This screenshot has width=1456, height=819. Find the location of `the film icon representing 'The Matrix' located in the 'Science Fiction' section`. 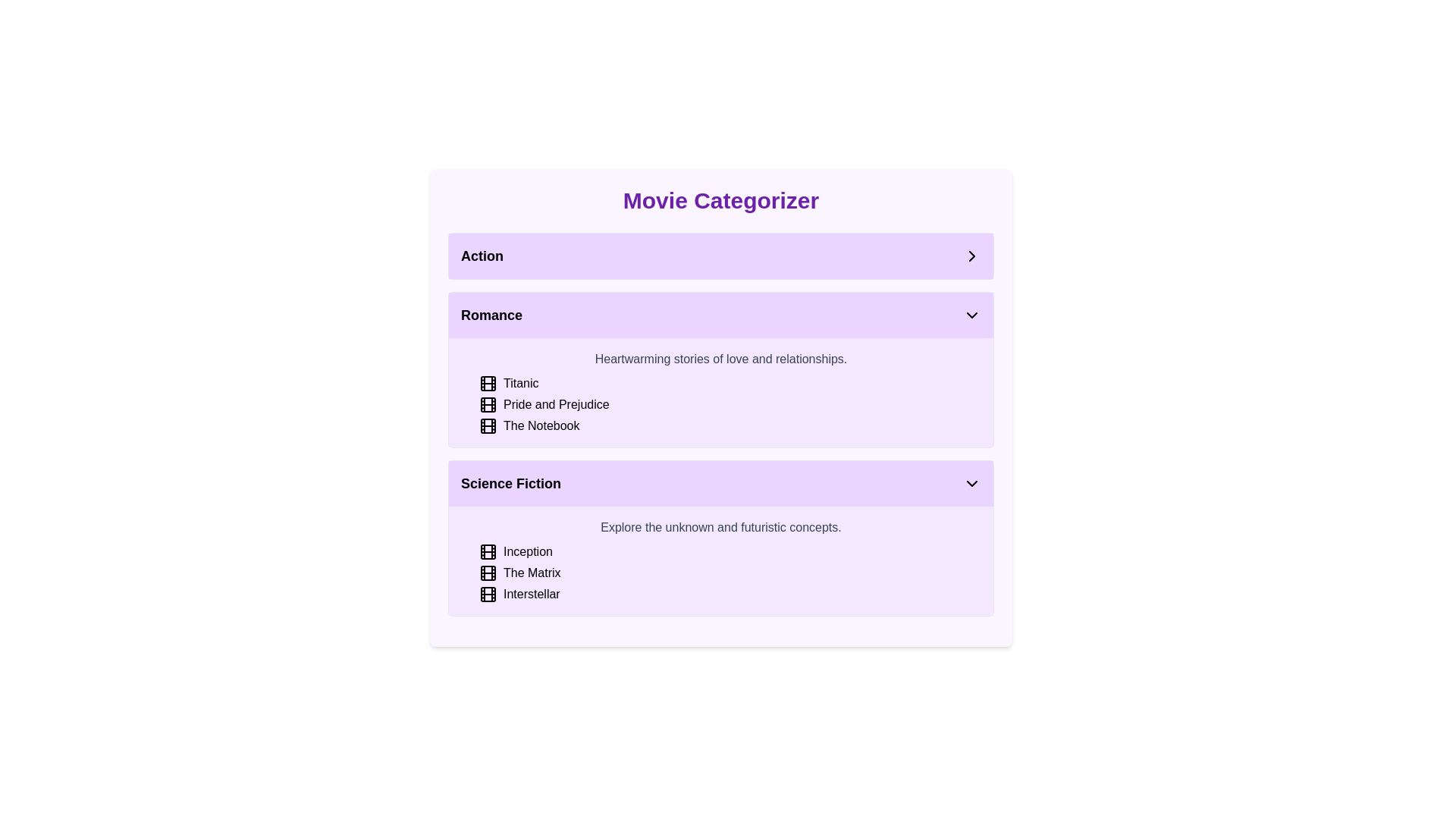

the film icon representing 'The Matrix' located in the 'Science Fiction' section is located at coordinates (488, 573).